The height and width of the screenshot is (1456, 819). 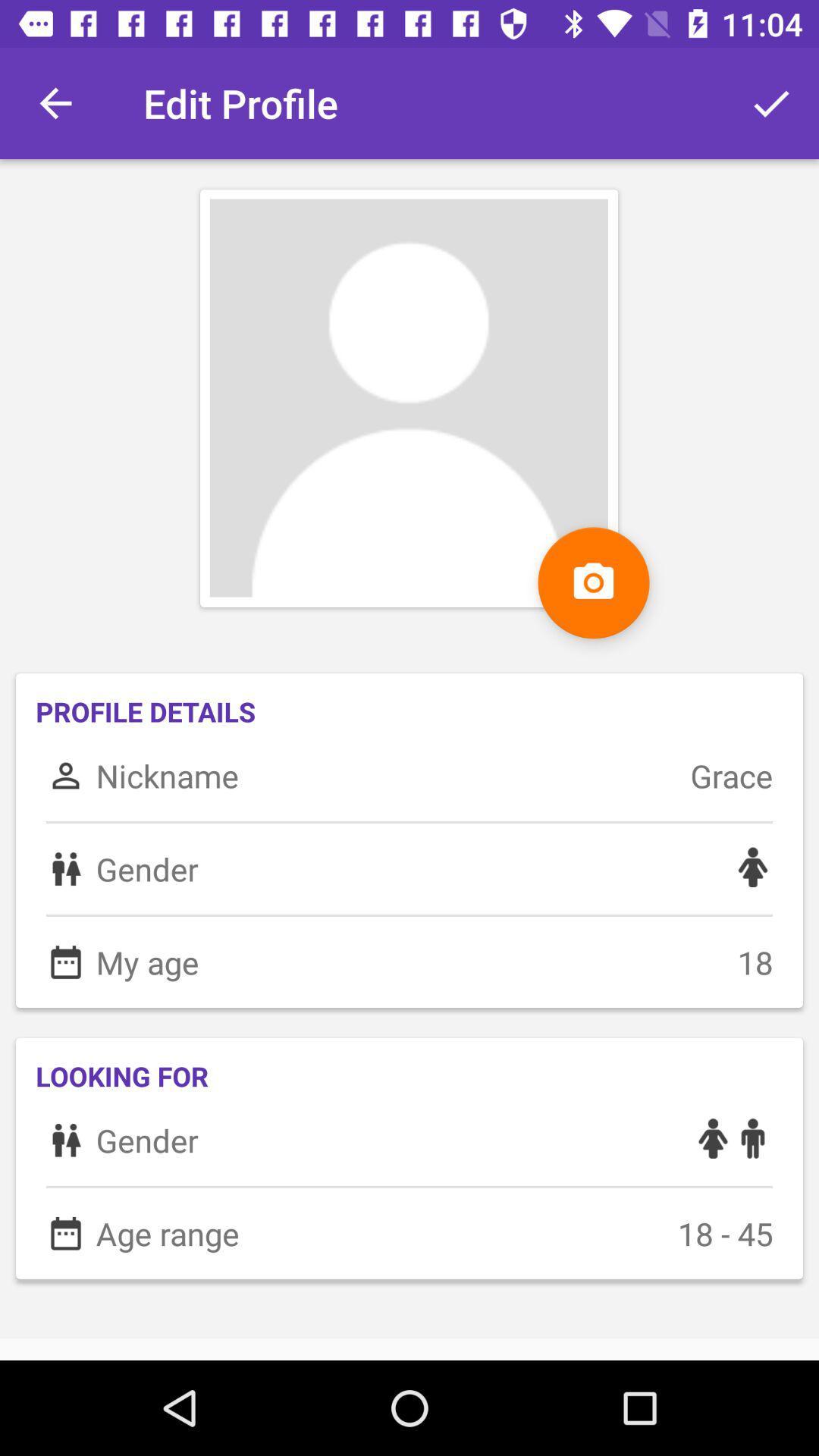 I want to click on icon to the left of the edit profile item, so click(x=55, y=102).